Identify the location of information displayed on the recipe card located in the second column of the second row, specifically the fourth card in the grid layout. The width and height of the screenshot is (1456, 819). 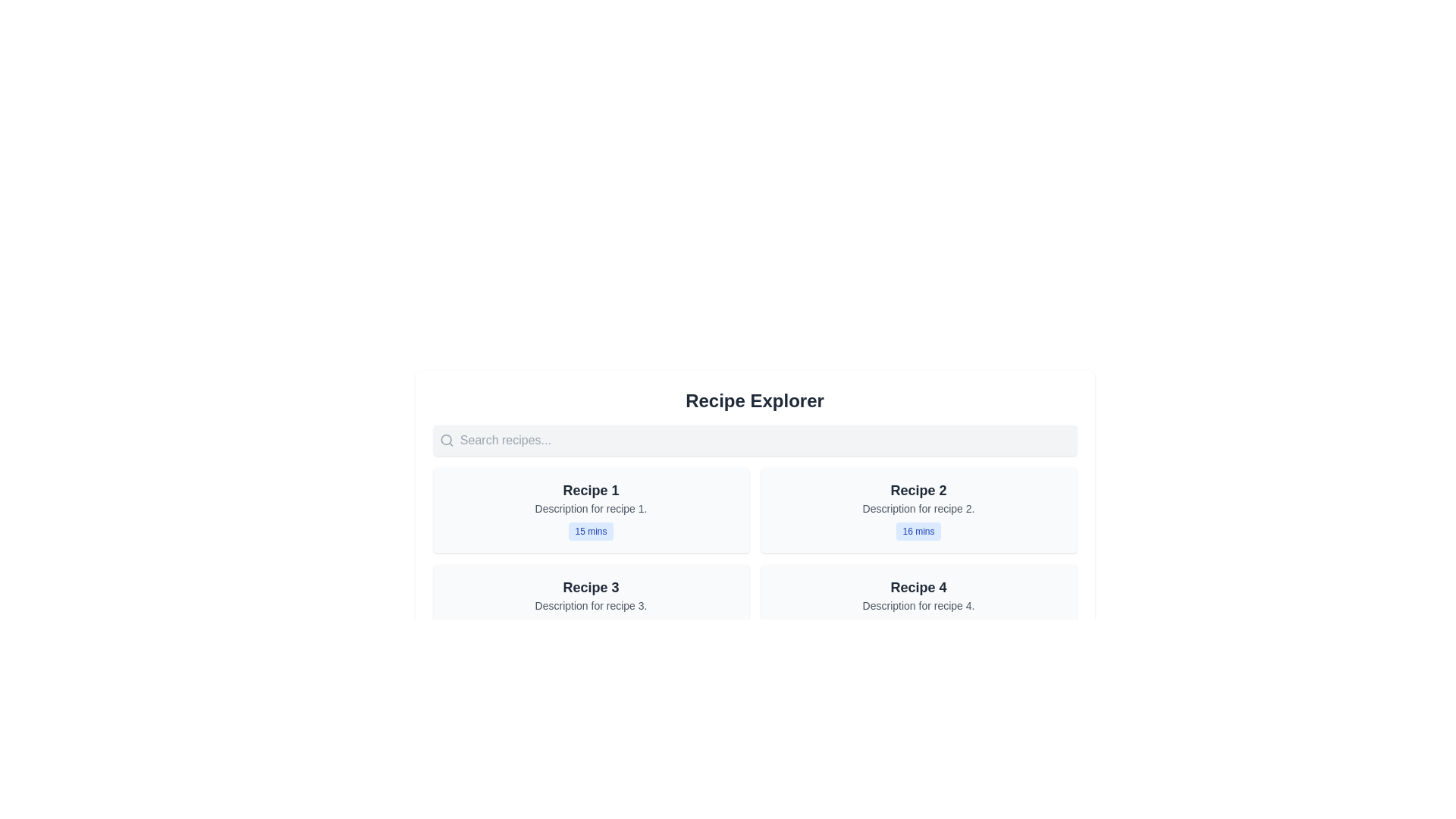
(918, 607).